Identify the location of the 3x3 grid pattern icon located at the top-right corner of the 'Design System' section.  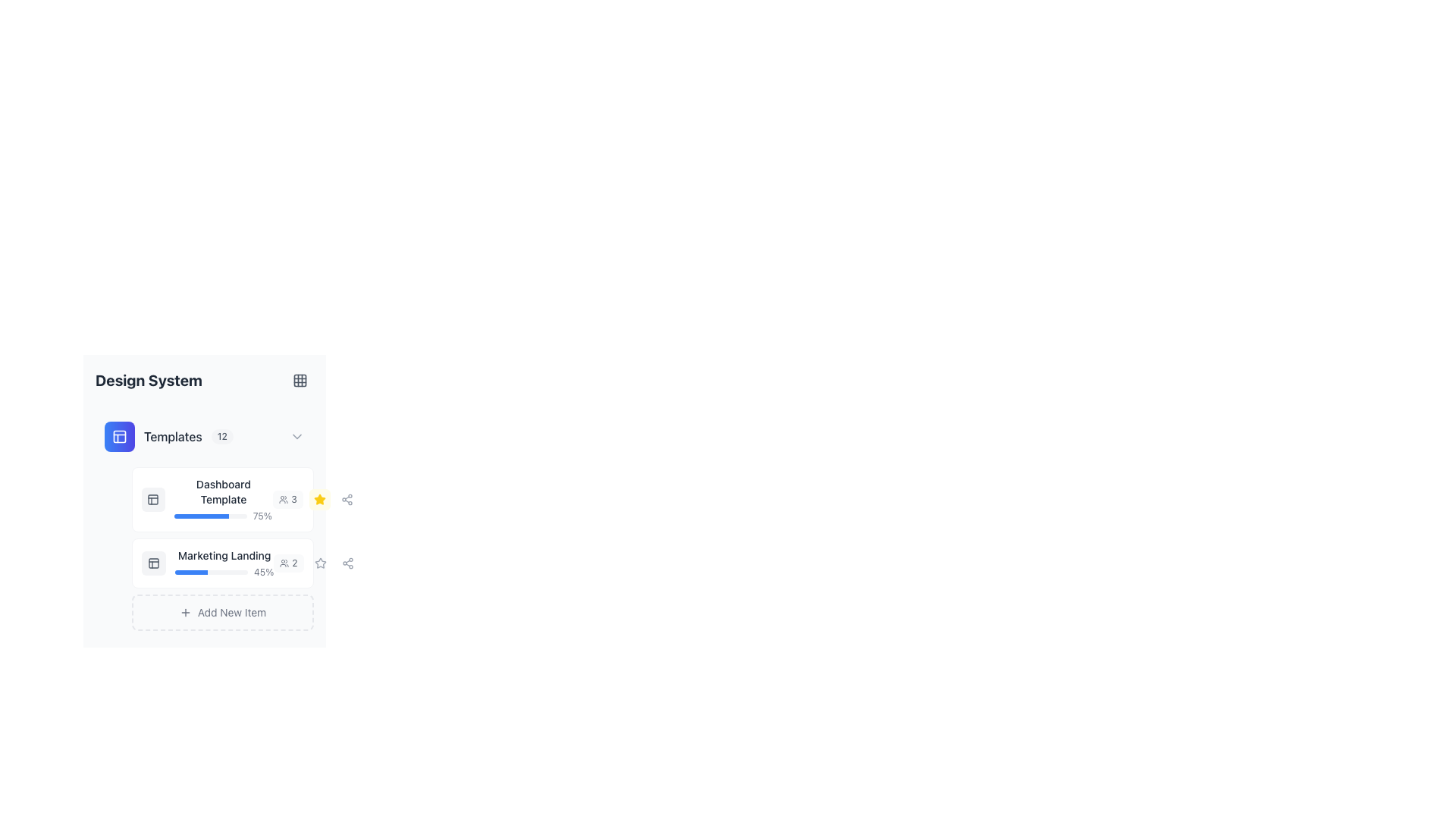
(300, 379).